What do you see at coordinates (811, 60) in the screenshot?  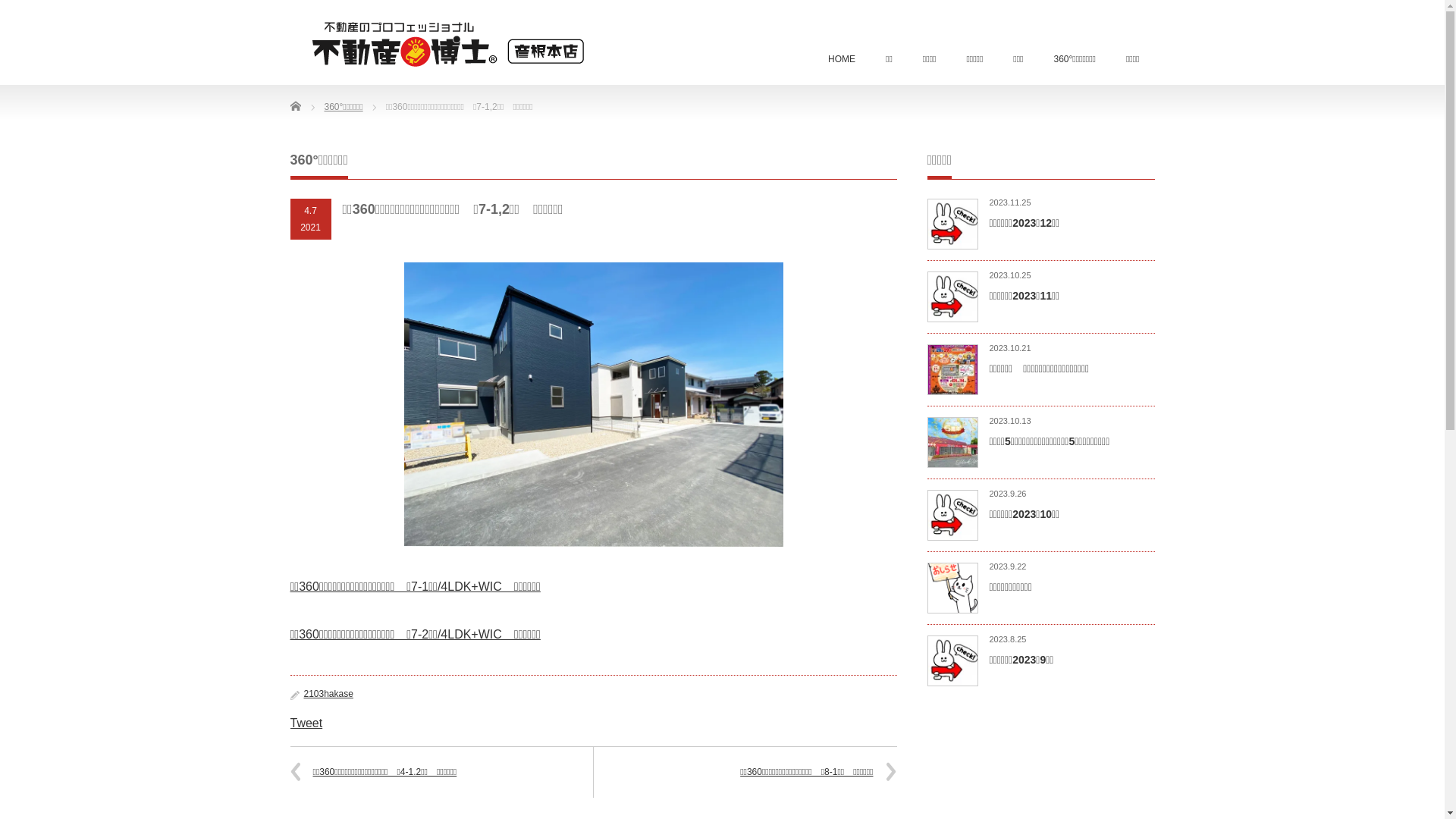 I see `'HOME'` at bounding box center [811, 60].